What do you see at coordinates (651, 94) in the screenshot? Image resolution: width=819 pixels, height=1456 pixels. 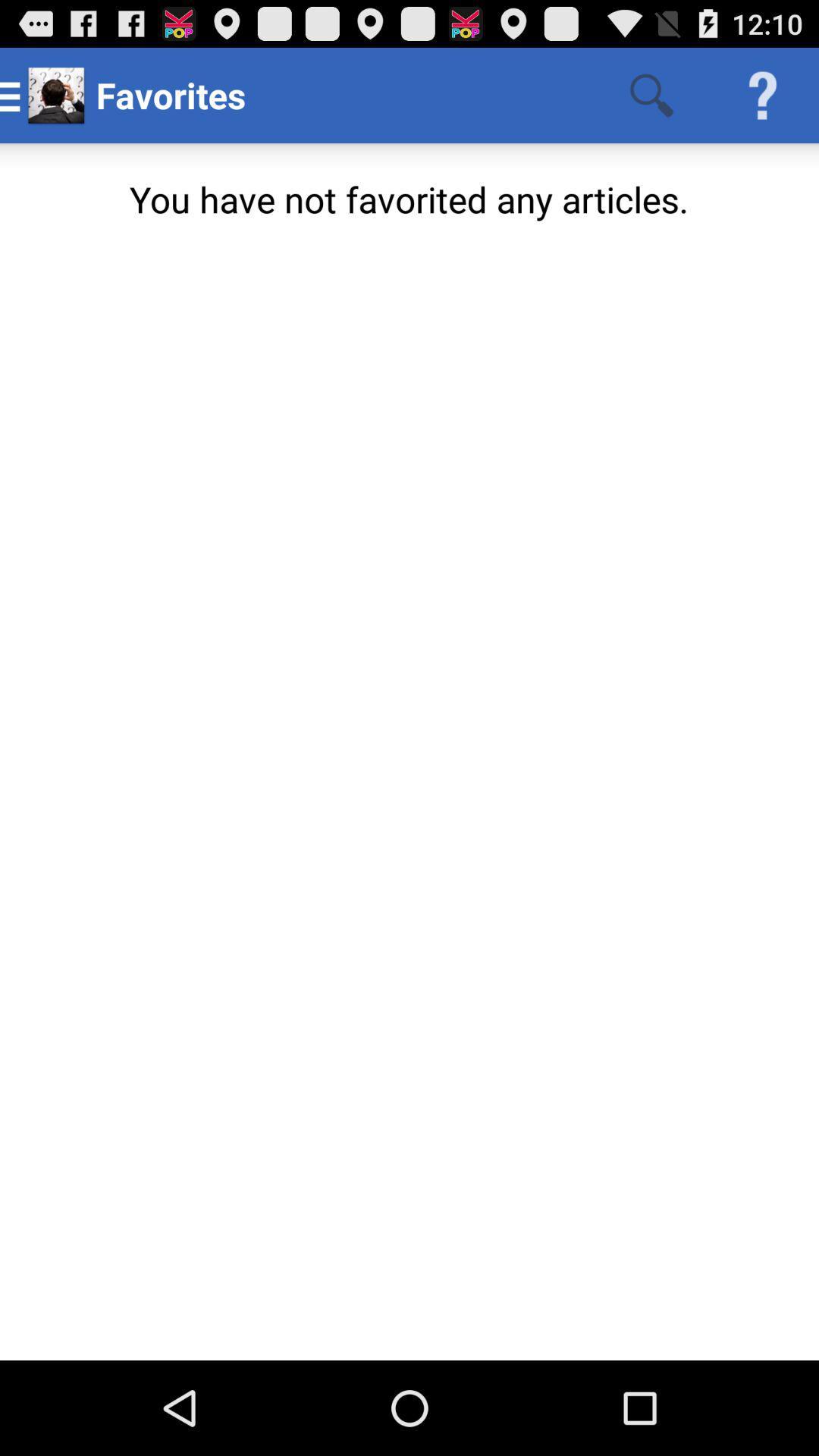 I see `the app to the right of favorites icon` at bounding box center [651, 94].